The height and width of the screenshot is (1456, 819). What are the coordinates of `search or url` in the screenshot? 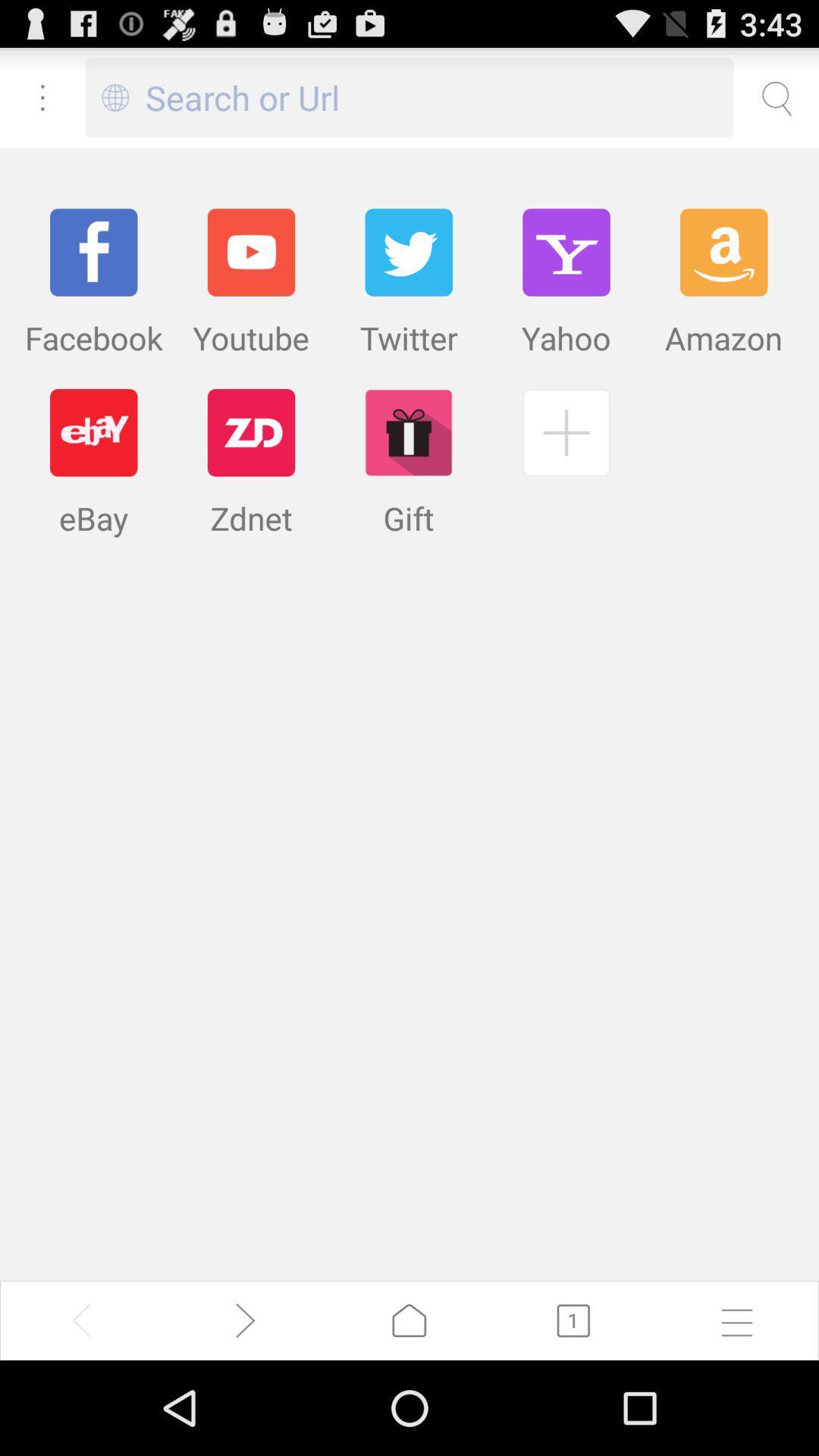 It's located at (439, 97).